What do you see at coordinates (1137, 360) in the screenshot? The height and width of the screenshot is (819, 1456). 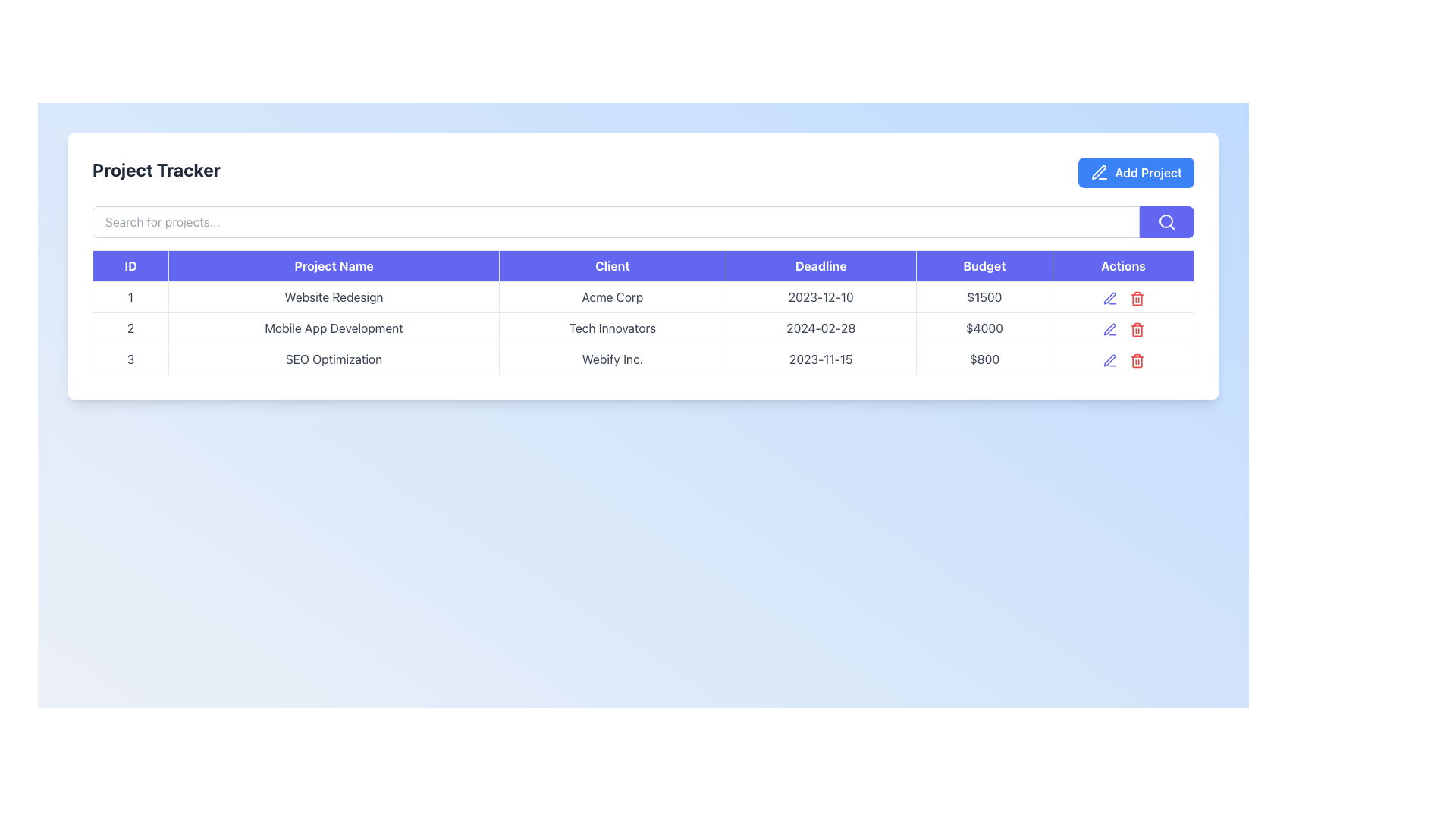 I see `the delete button located in the 'Actions' column of the third row in the table, which is positioned to the right of the pencil icon for editing` at bounding box center [1137, 360].